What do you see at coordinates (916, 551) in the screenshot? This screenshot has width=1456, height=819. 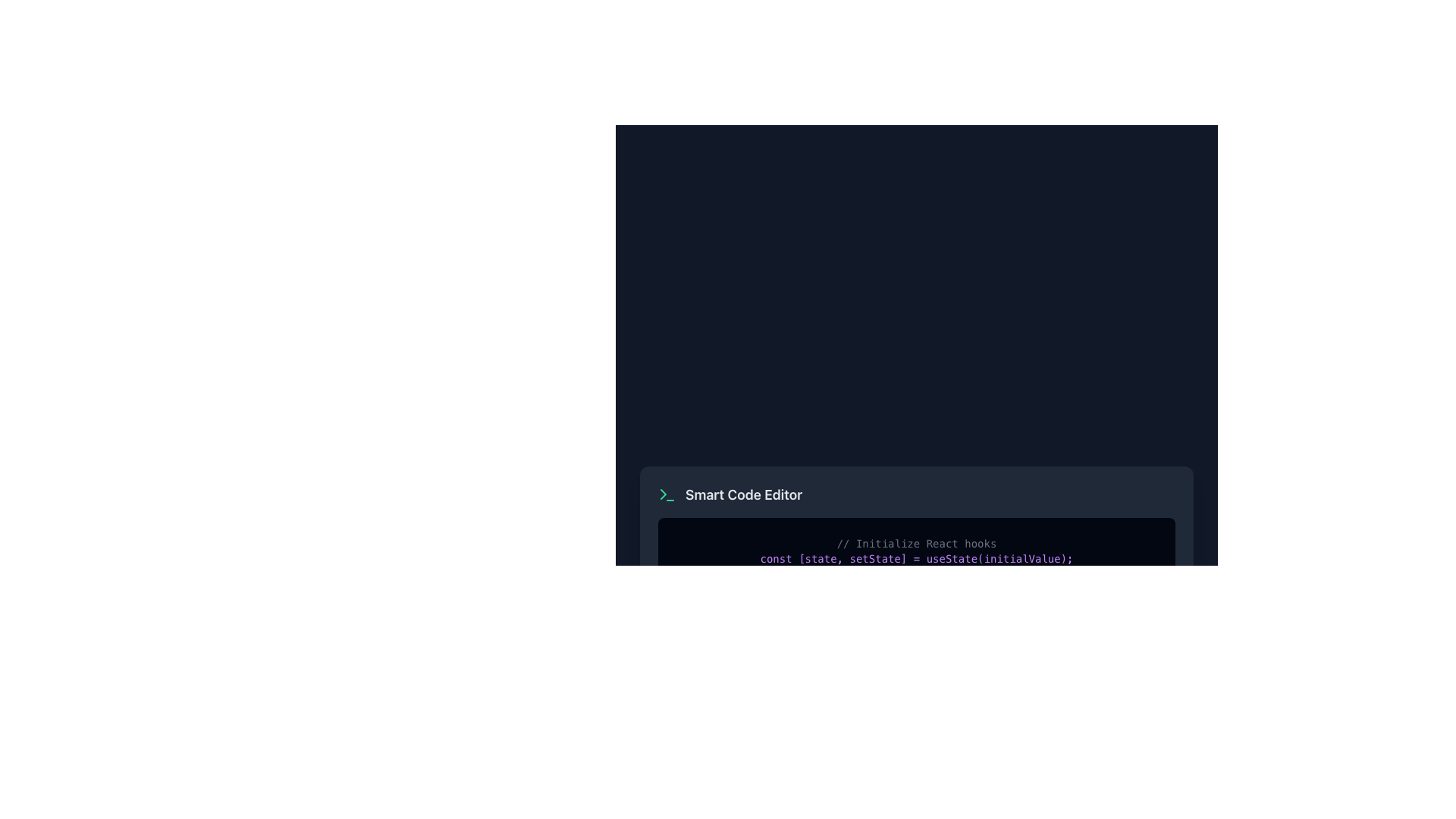 I see `the static text block displaying code located beneath the header in the 'Smart Code Editor' section` at bounding box center [916, 551].